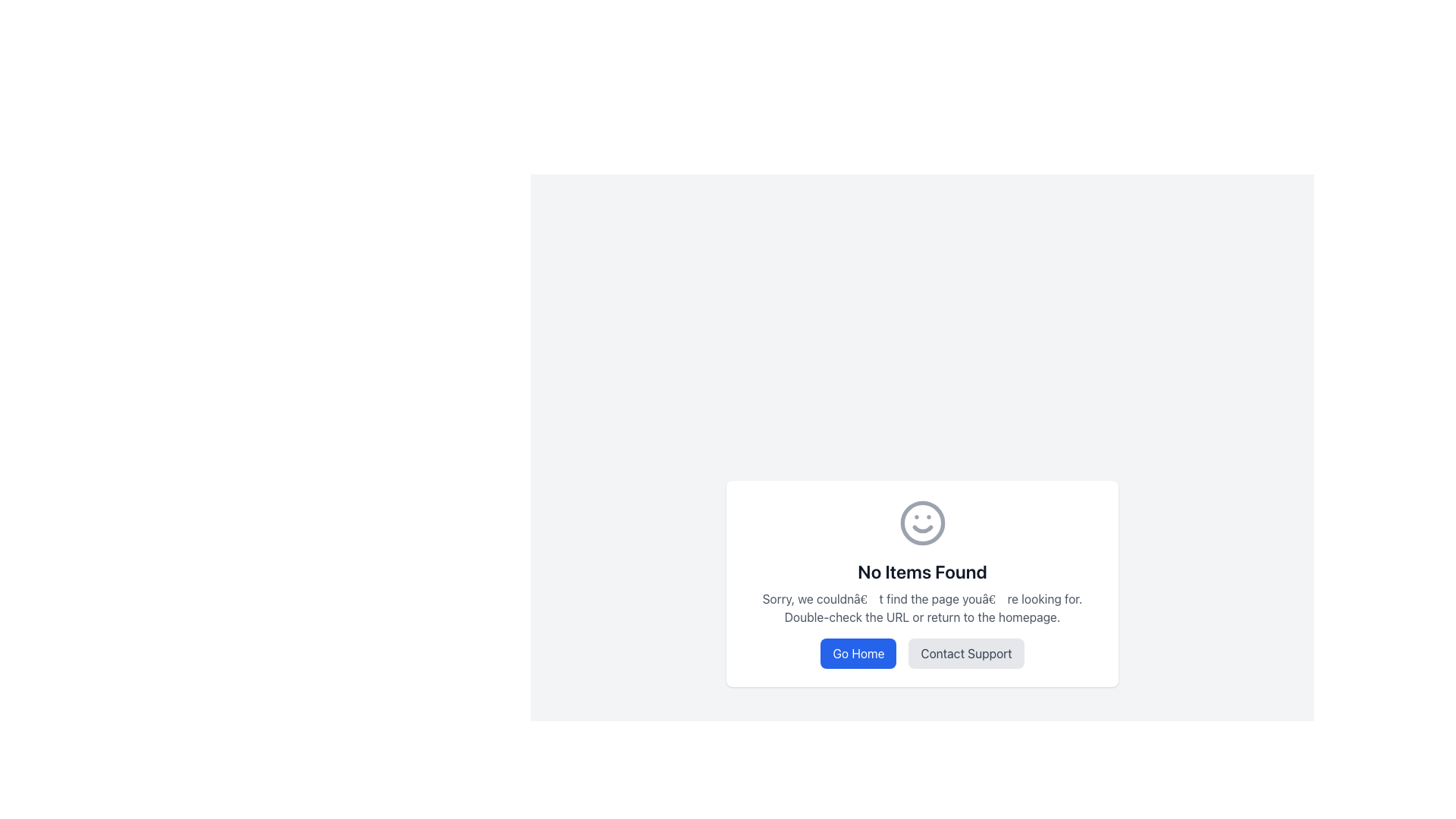 The width and height of the screenshot is (1456, 819). Describe the element at coordinates (965, 652) in the screenshot. I see `the 'Contact Support' button located at the bottom of the dialog box, to the right of the 'Go Home' button` at that location.